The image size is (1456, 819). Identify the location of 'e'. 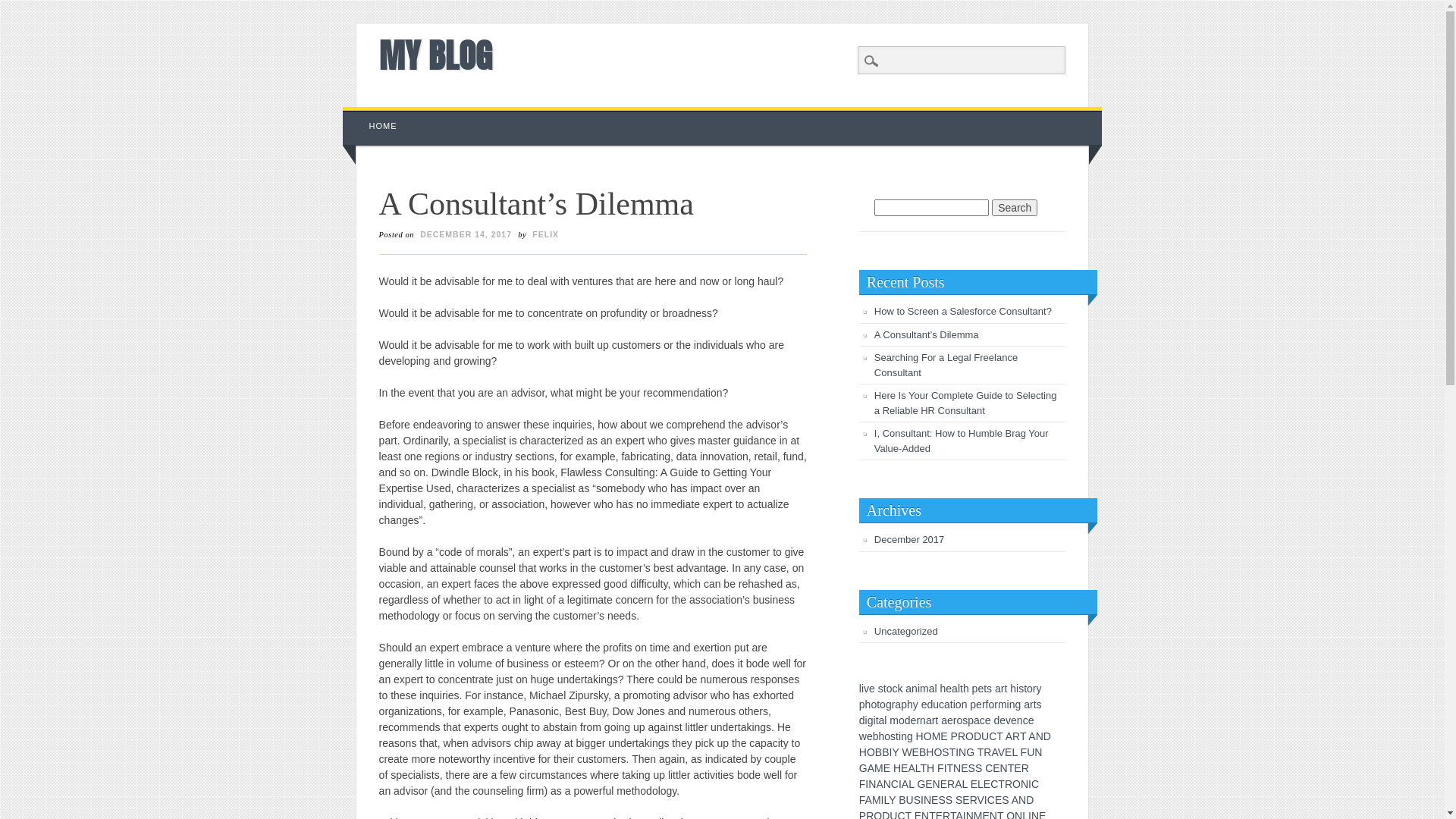
(949, 719).